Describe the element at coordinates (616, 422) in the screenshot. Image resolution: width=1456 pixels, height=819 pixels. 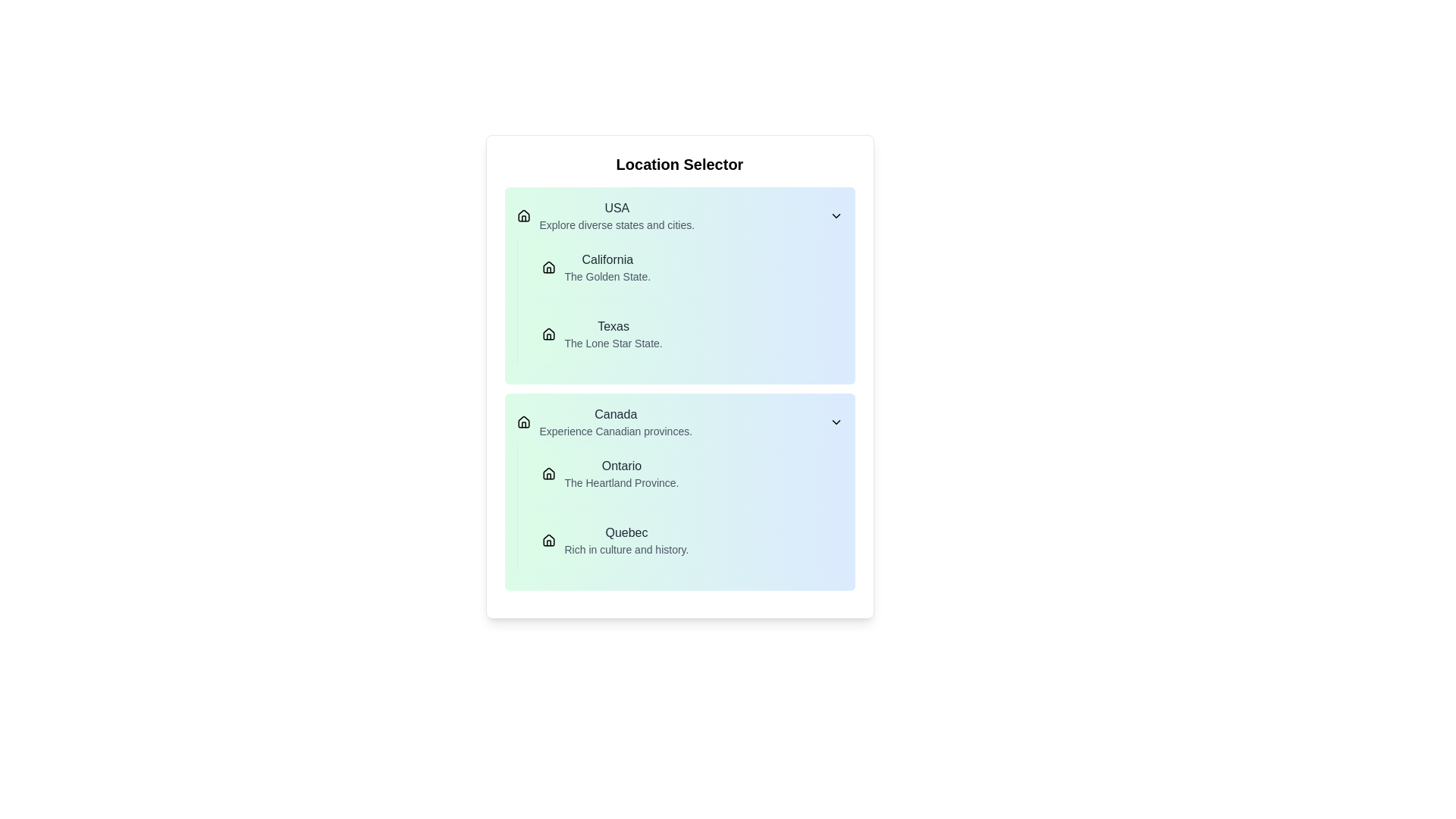
I see `the navigation option for 'Canada' in the Location Selector` at that location.